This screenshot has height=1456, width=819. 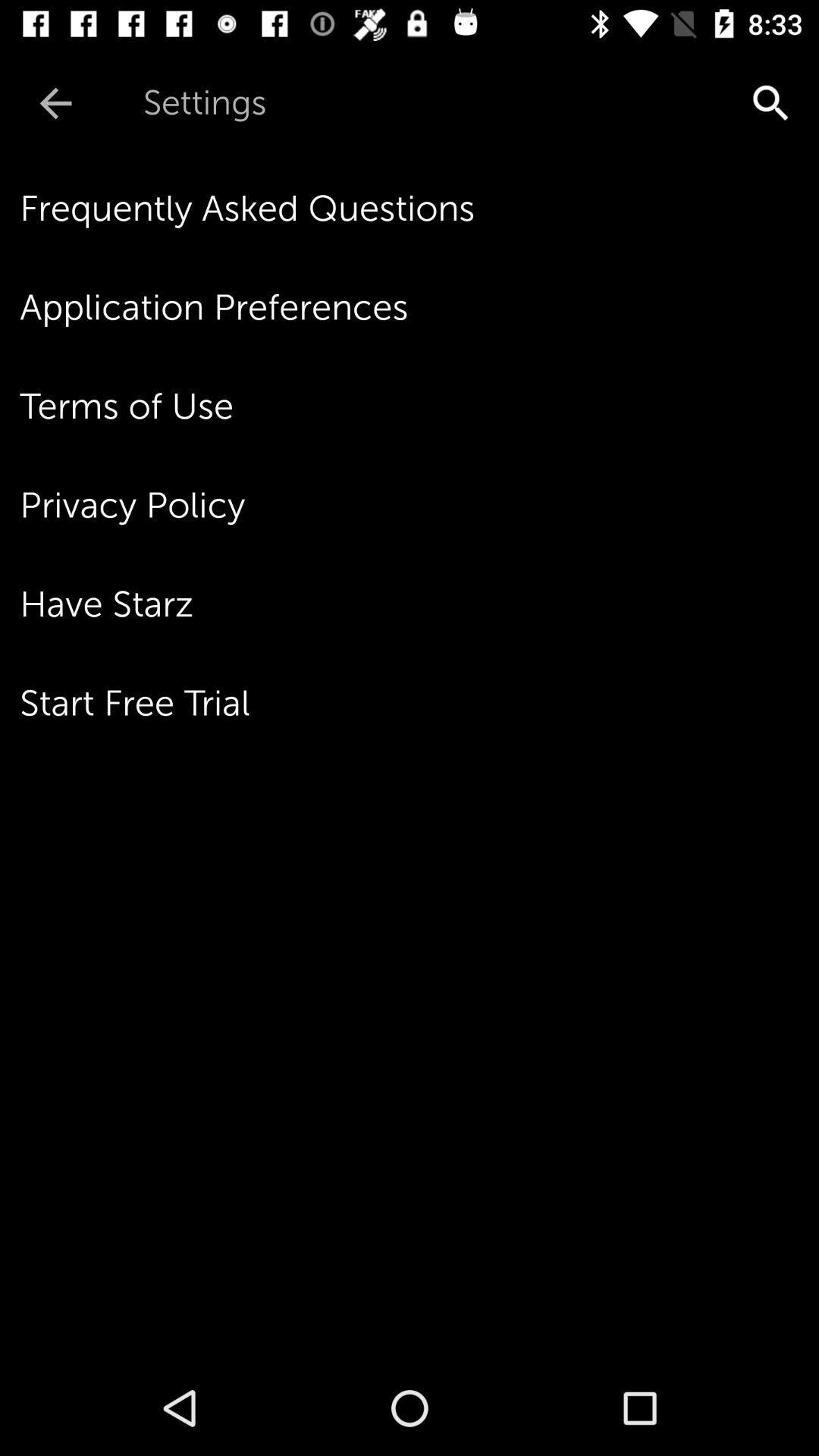 What do you see at coordinates (419, 306) in the screenshot?
I see `the item below frequently asked questions icon` at bounding box center [419, 306].